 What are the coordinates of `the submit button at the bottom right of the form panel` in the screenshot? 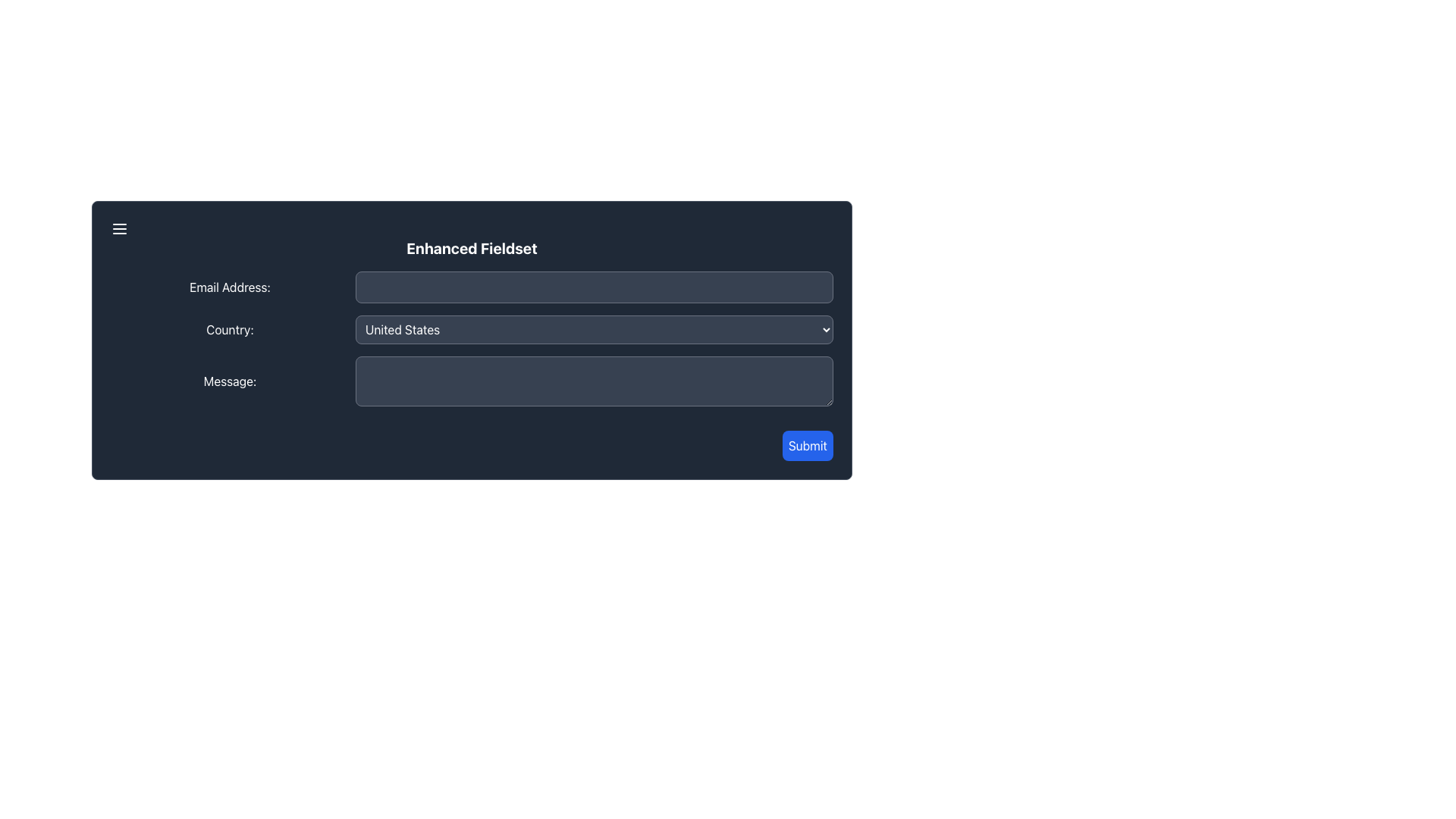 It's located at (807, 444).